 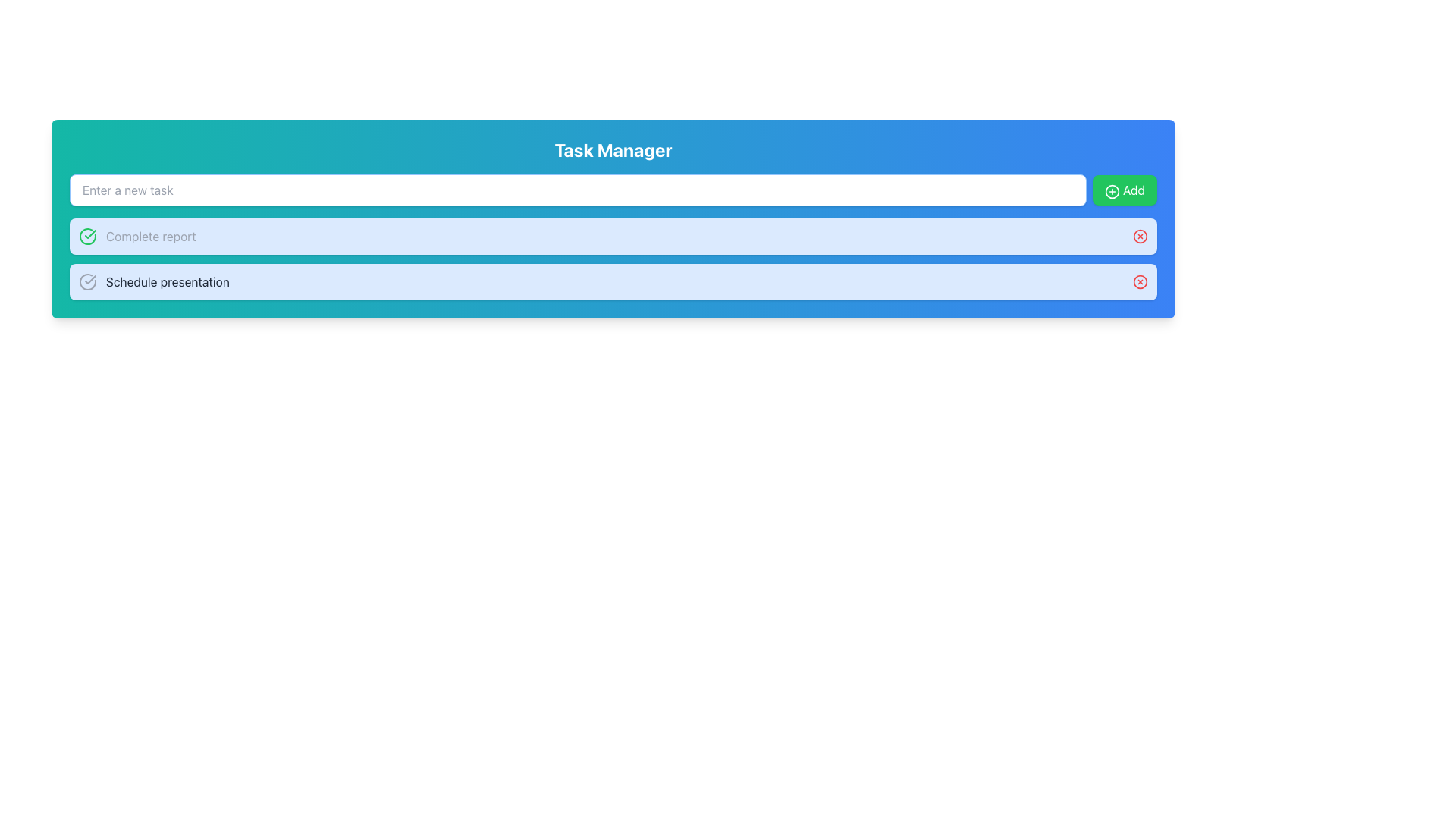 I want to click on the text label that reads 'Complete report,' which is styled with a strikethrough effect and located in the task list area, indicating it has been marked as completed, so click(x=151, y=237).